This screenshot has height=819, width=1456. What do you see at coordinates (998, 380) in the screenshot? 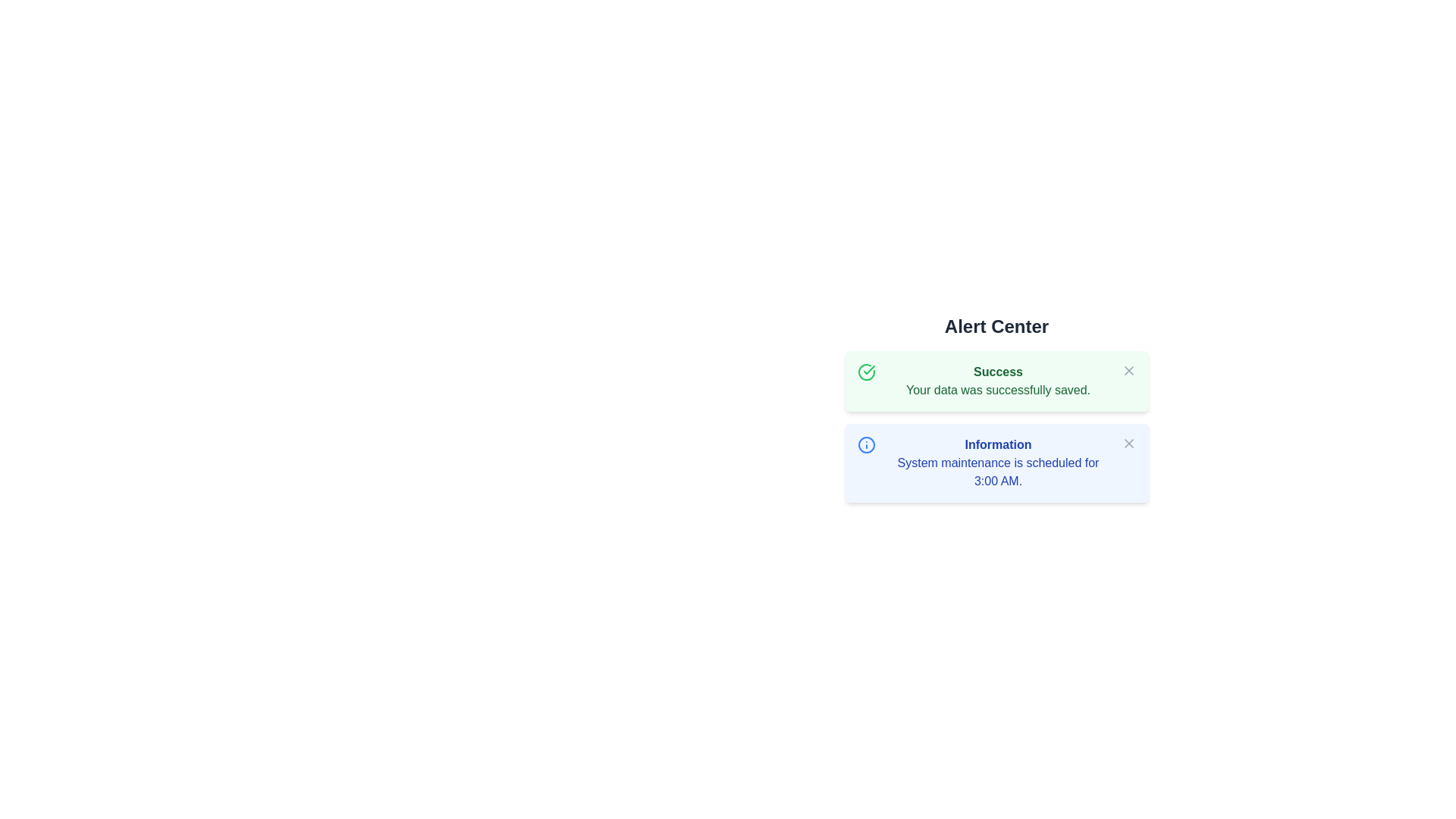
I see `the 'Success' notification text display that indicates data was saved, located within the green notification box at the top of the Alert Center section` at bounding box center [998, 380].